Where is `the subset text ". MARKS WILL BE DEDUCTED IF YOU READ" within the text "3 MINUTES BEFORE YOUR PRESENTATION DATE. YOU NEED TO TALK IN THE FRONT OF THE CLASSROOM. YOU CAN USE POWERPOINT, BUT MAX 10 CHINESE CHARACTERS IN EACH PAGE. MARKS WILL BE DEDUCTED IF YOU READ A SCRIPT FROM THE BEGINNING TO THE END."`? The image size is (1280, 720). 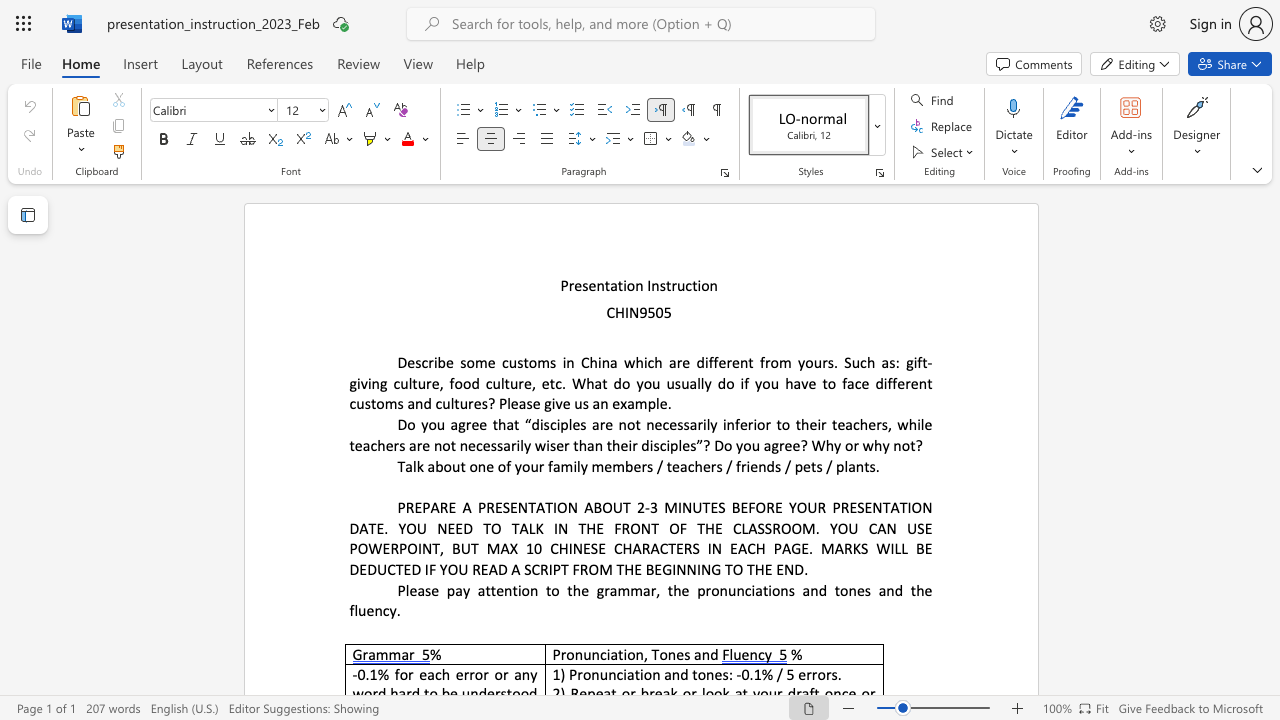
the subset text ". MARKS WILL BE DEDUCTED IF YOU READ" within the text "3 MINUTES BEFORE YOUR PRESENTATION DATE. YOU NEED TO TALK IN THE FRONT OF THE CLASSROOM. YOU CAN USE POWERPOINT, BUT MAX 10 CHINESE CHARACTERS IN EACH PAGE. MARKS WILL BE DEDUCTED IF YOU READ A SCRIPT FROM THE BEGINNING TO THE END." is located at coordinates (809, 548).